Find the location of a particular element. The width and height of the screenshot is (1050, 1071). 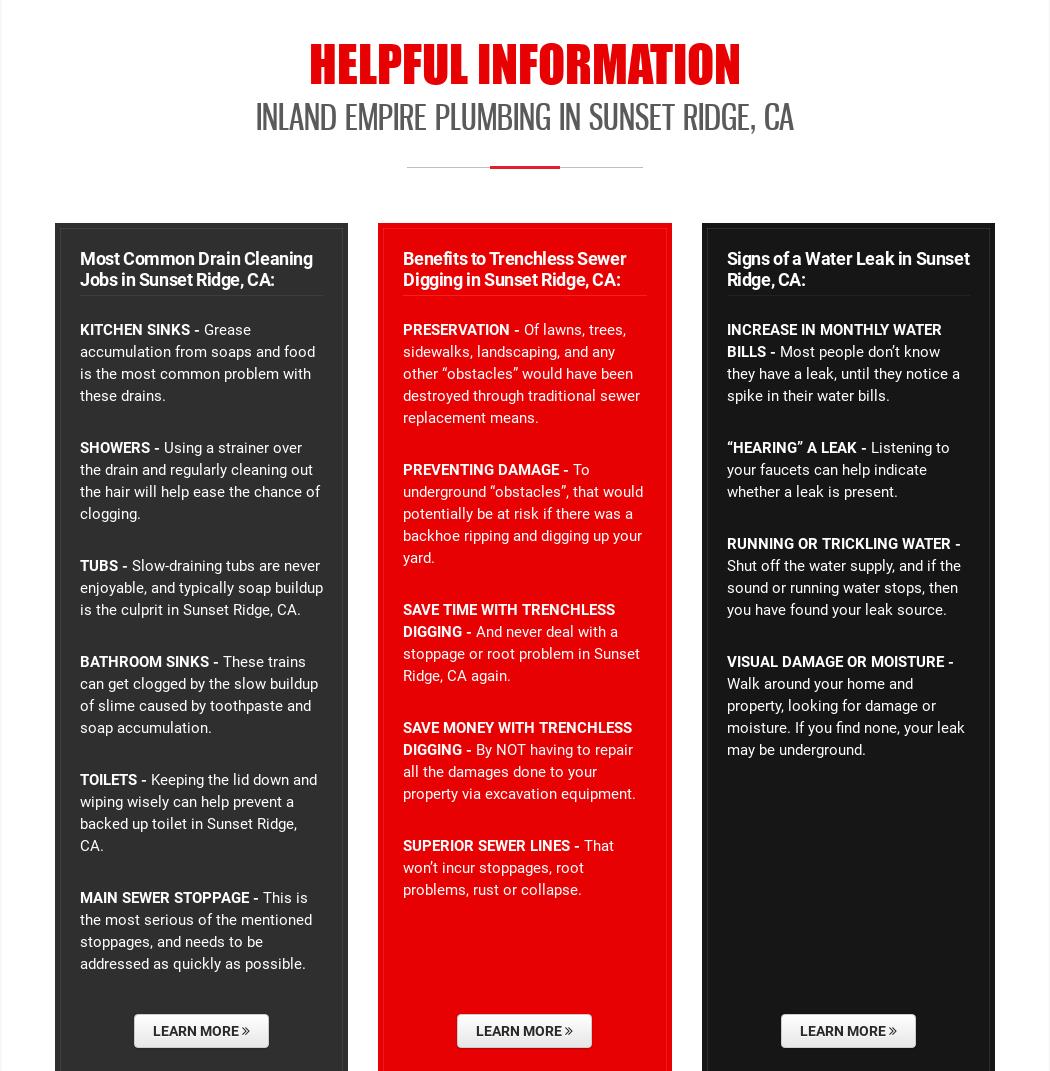

'Of lawns, trees, sidewalks, landscaping, and any other “obstacles” would have been destroyed through traditional sewer replacement means.' is located at coordinates (520, 372).